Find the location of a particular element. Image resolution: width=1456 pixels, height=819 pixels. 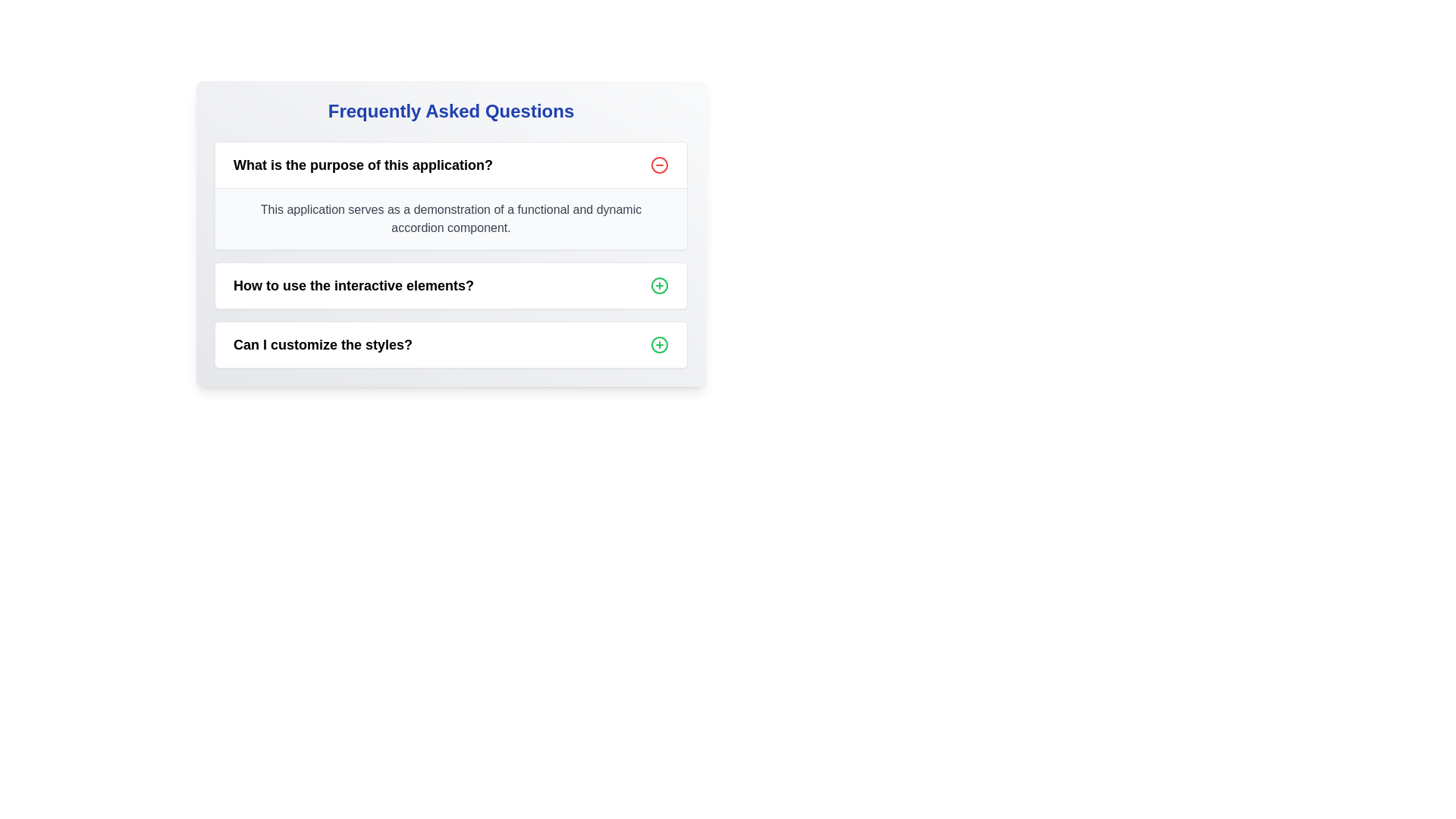

the question title in the Collapsible FAQ Section is located at coordinates (450, 253).